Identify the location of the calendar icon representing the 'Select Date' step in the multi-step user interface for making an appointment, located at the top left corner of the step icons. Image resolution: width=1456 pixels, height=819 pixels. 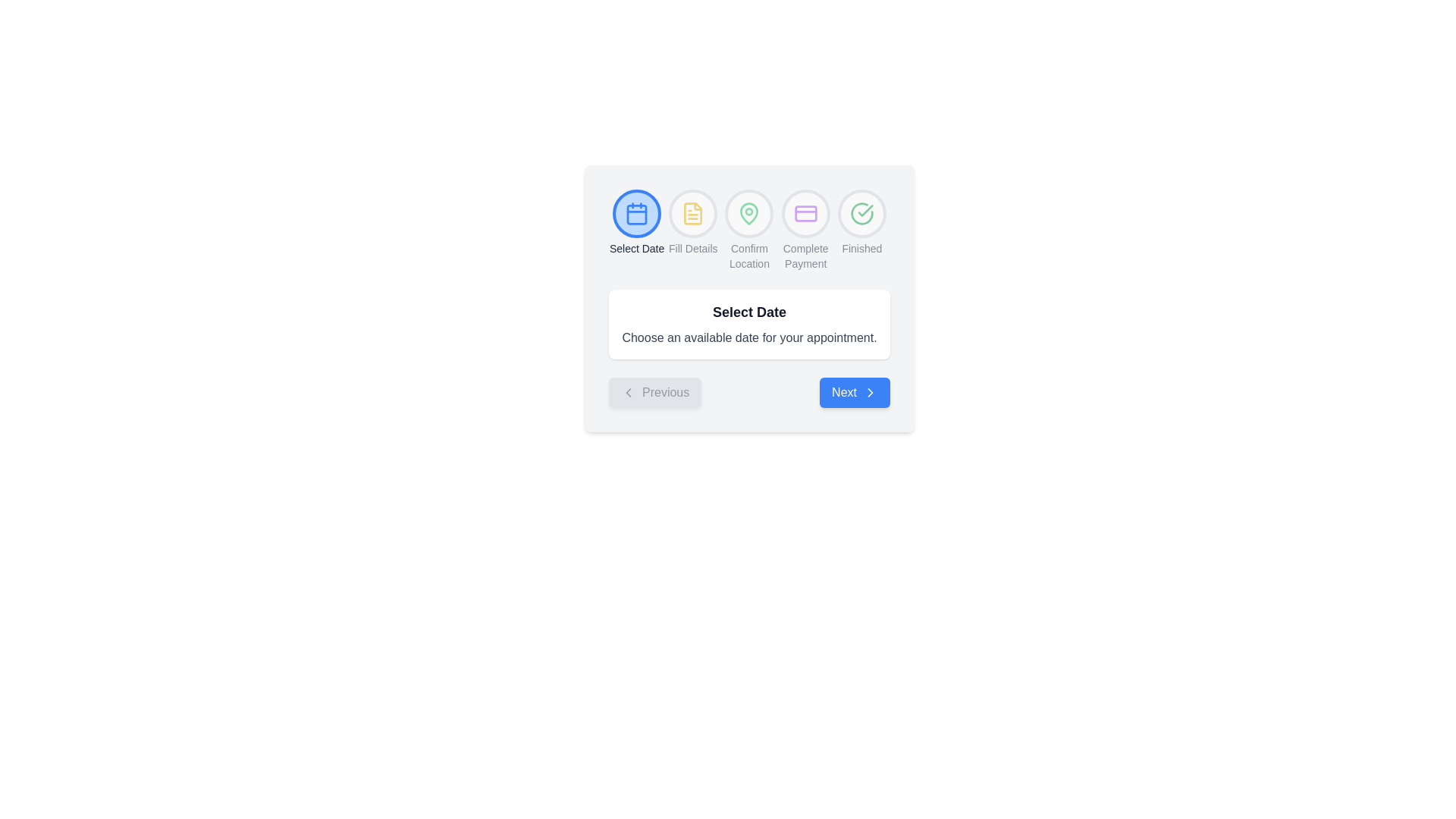
(637, 213).